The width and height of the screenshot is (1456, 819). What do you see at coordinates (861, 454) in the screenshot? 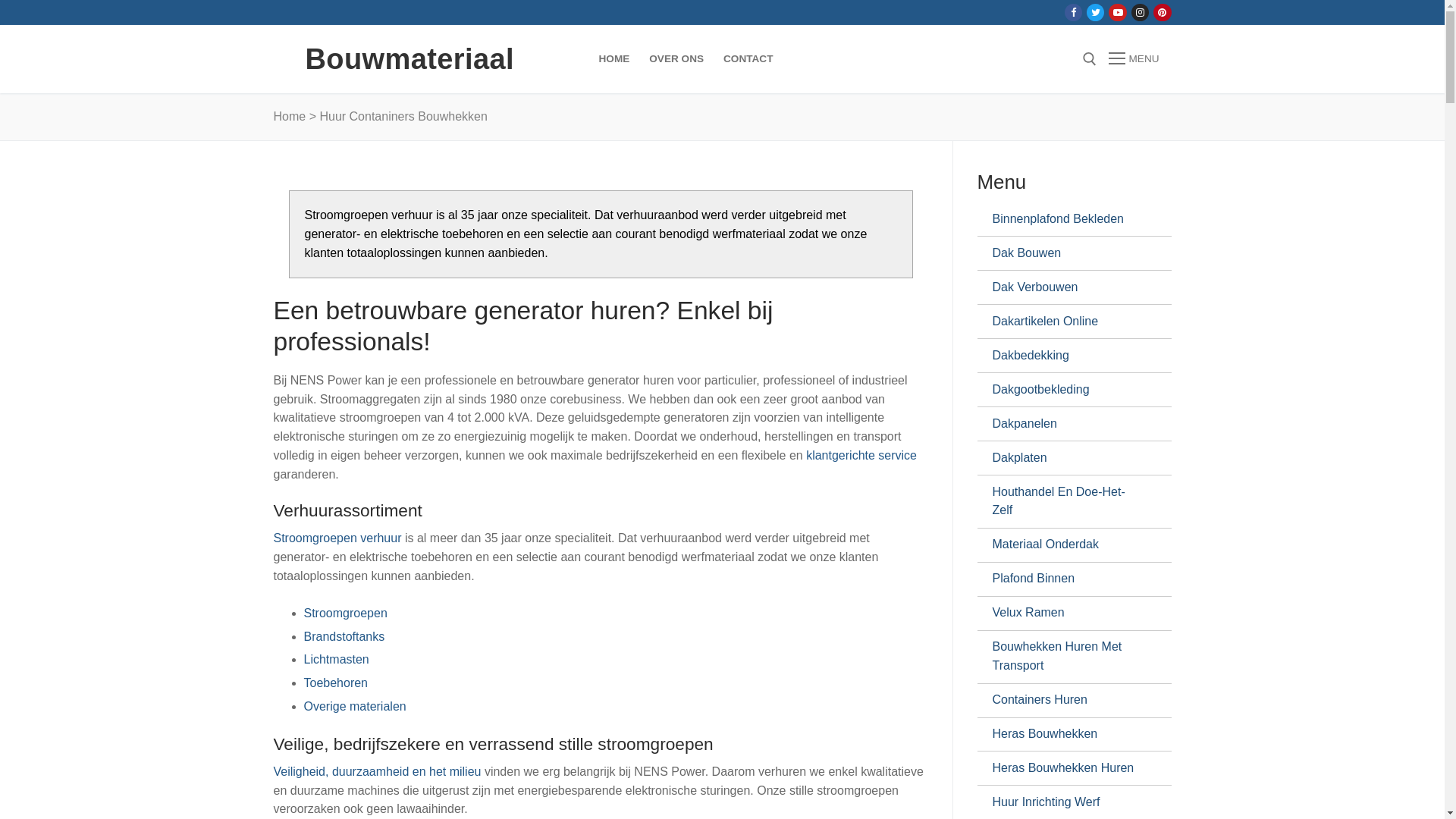
I see `'klantgerichte service'` at bounding box center [861, 454].